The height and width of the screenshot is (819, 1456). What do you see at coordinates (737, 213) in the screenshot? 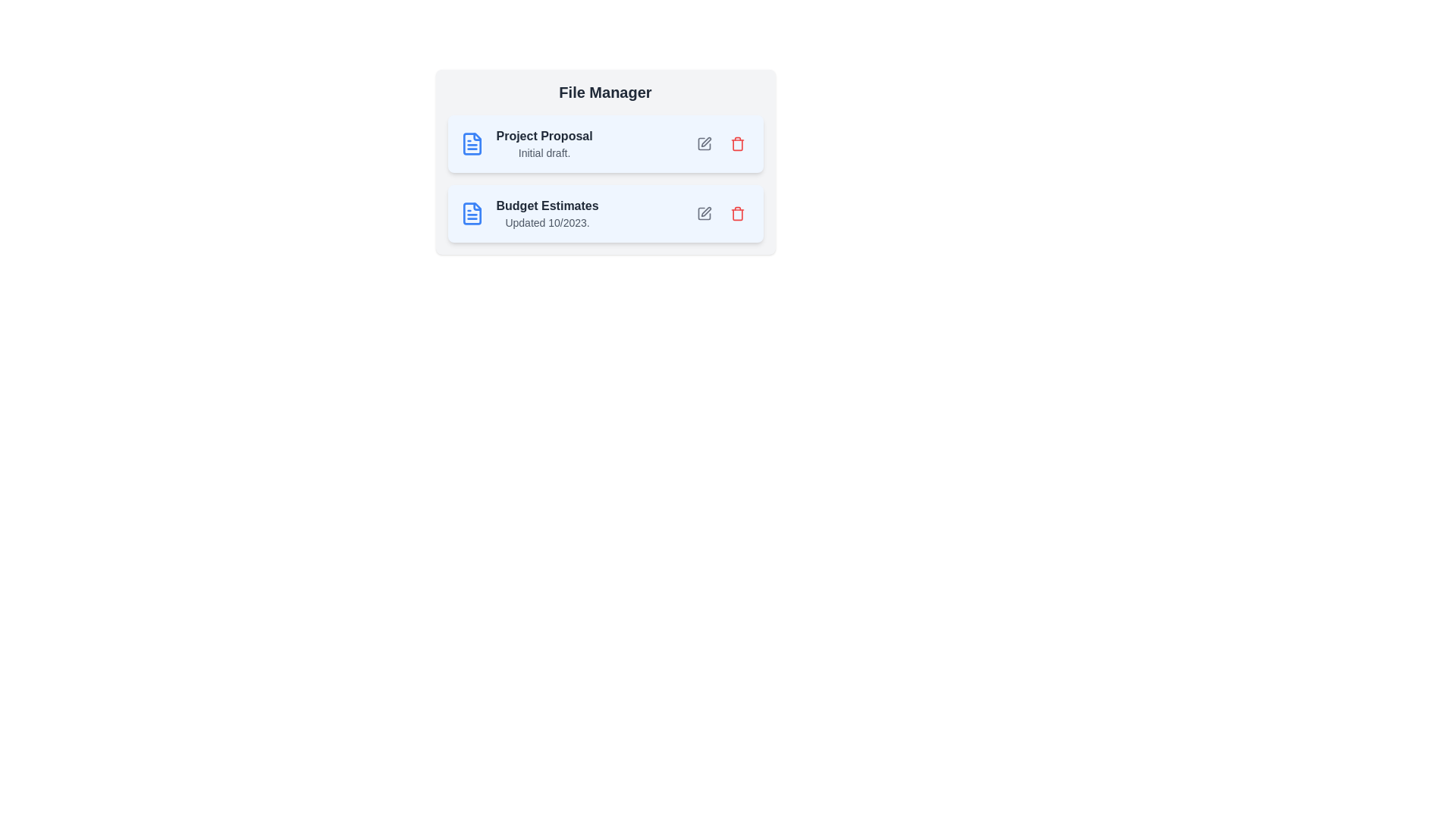
I see `the delete button for the file Budget Estimates` at bounding box center [737, 213].